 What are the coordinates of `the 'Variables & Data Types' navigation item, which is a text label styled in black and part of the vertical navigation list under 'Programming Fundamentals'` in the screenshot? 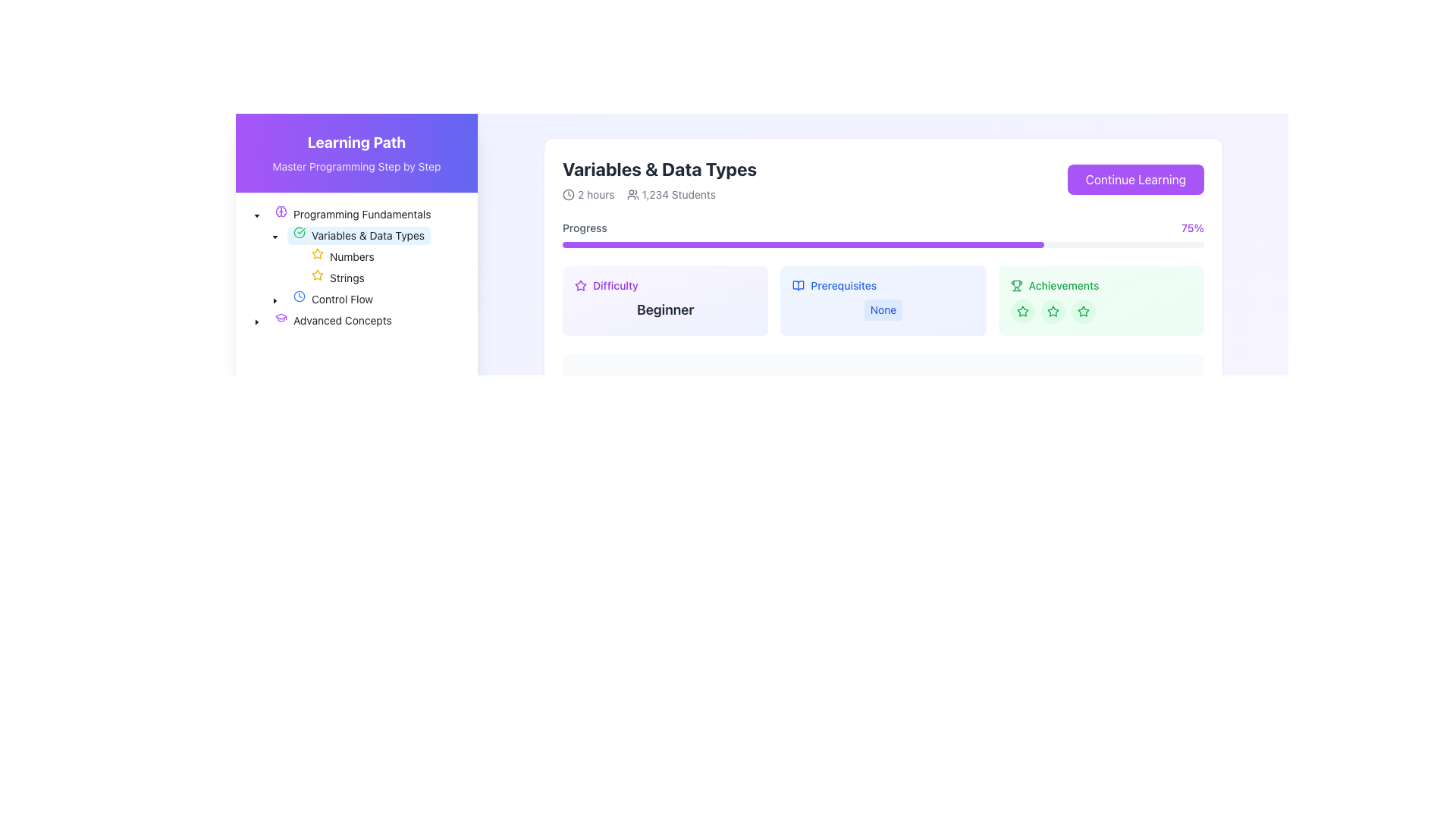 It's located at (368, 235).